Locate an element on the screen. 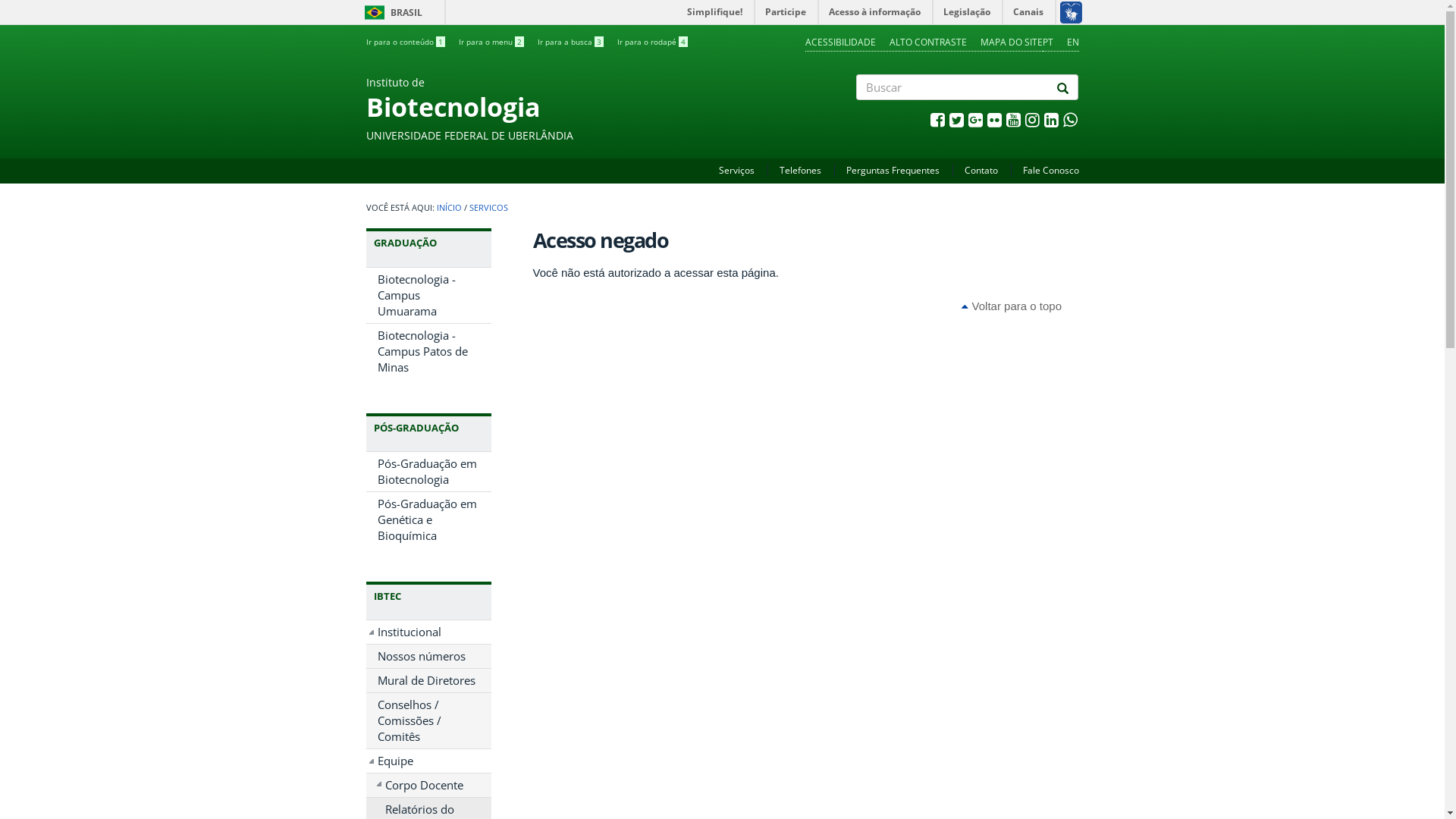  'EN' is located at coordinates (1072, 41).